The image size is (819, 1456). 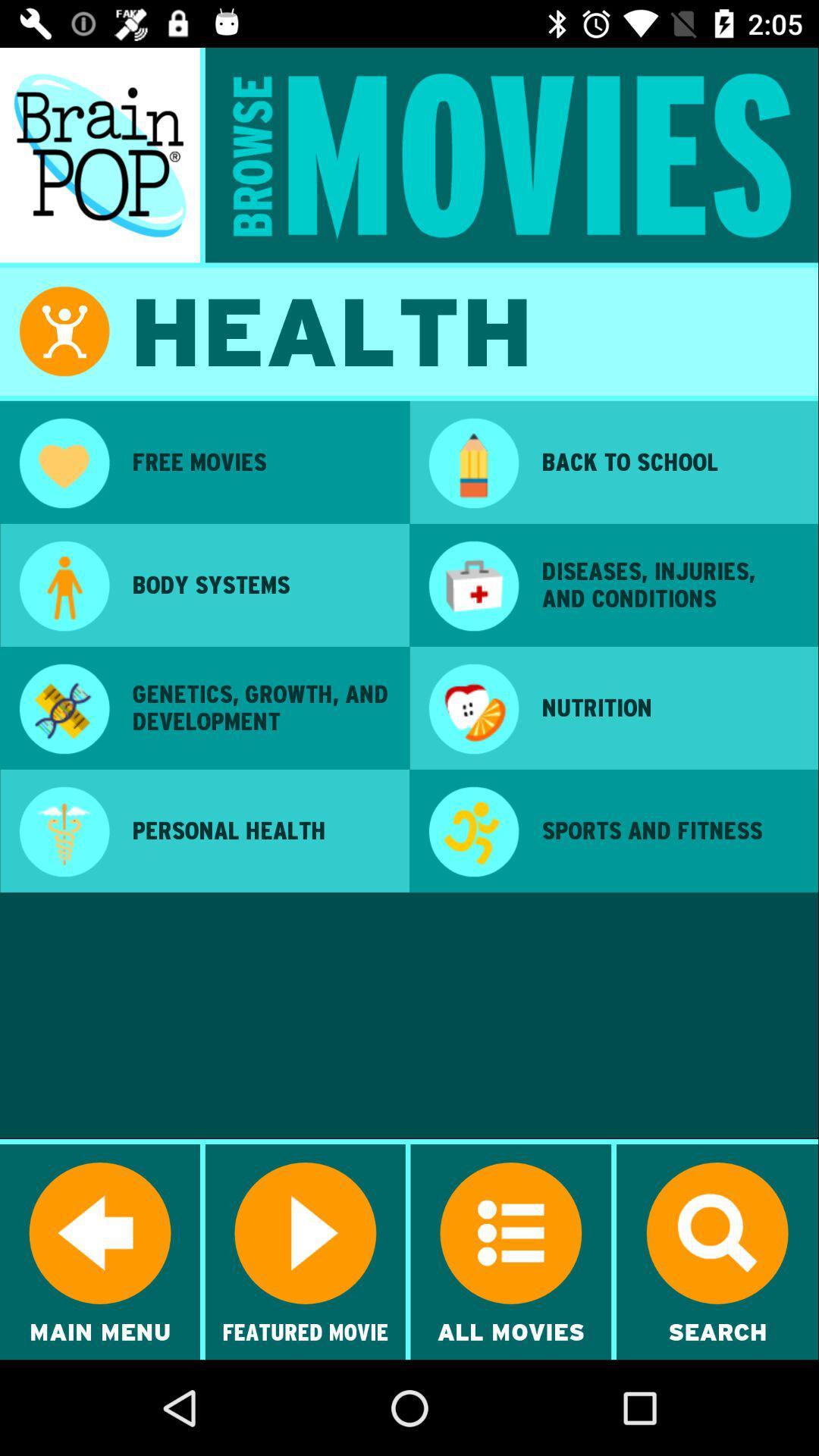 What do you see at coordinates (63, 710) in the screenshot?
I see `the icon to the left of genetics growth and app` at bounding box center [63, 710].